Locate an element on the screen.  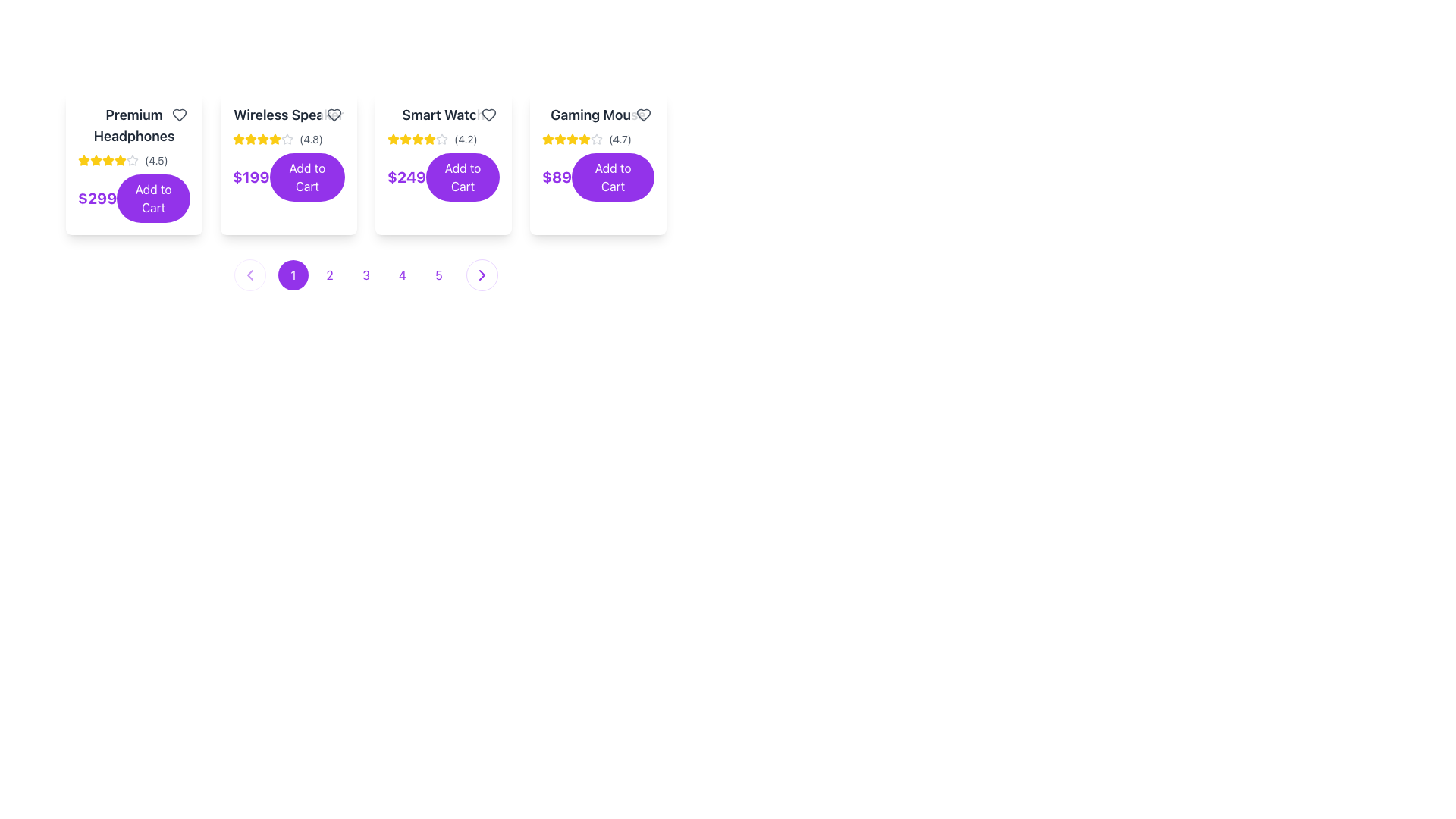
the first yellow star icon in the five-star rating component for the 'Gaming Mouse' product card to interact with the rating system is located at coordinates (560, 139).